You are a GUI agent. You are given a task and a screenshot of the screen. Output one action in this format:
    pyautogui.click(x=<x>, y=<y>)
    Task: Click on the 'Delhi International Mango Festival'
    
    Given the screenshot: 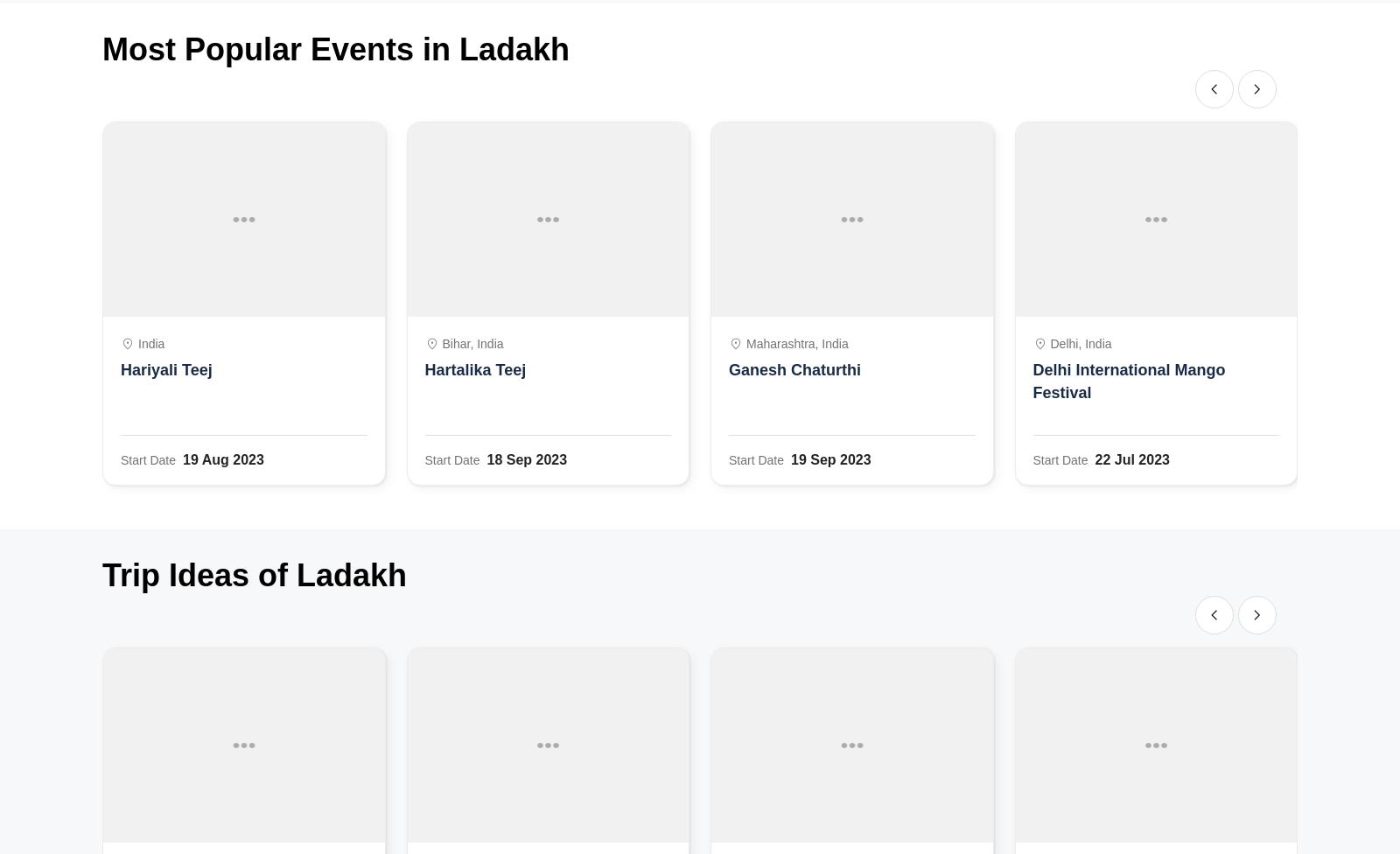 What is the action you would take?
    pyautogui.click(x=1032, y=380)
    